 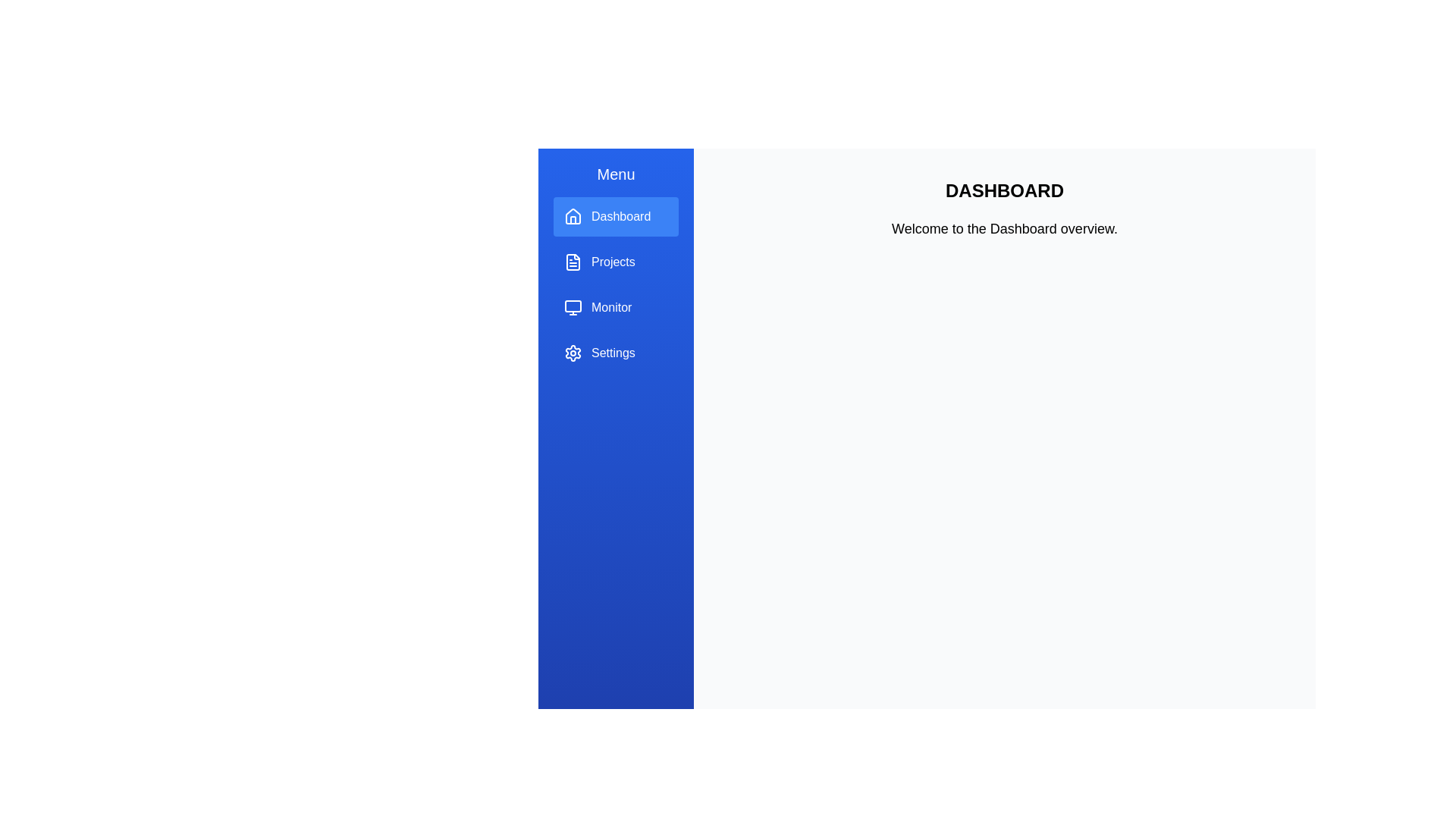 What do you see at coordinates (1004, 228) in the screenshot?
I see `the text label displaying 'Welcome to the Dashboard overview.' which is located below the 'DASHBOARD' heading` at bounding box center [1004, 228].